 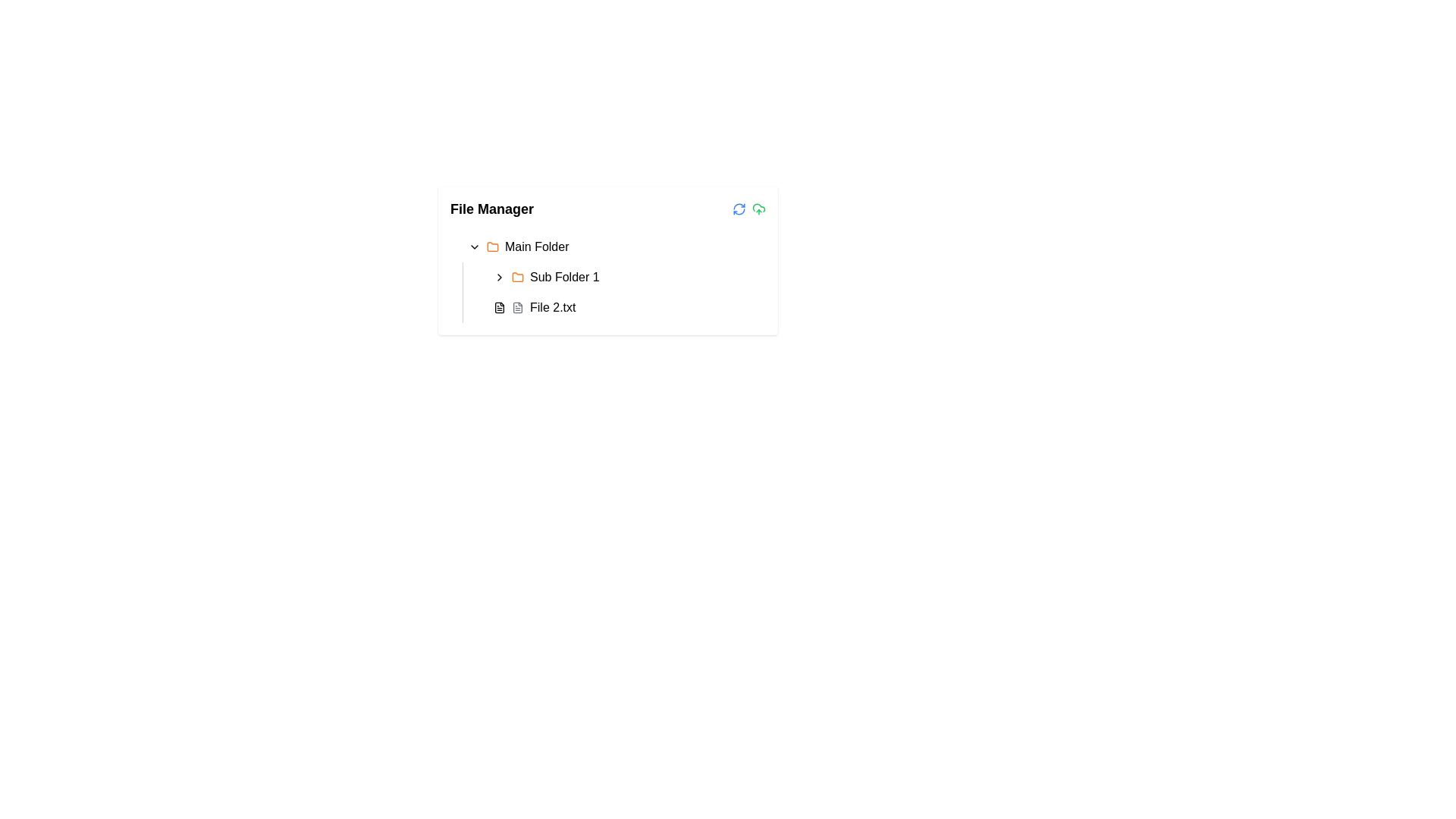 I want to click on the text label displaying 'File 2.txt', which is the last item, so click(x=552, y=307).